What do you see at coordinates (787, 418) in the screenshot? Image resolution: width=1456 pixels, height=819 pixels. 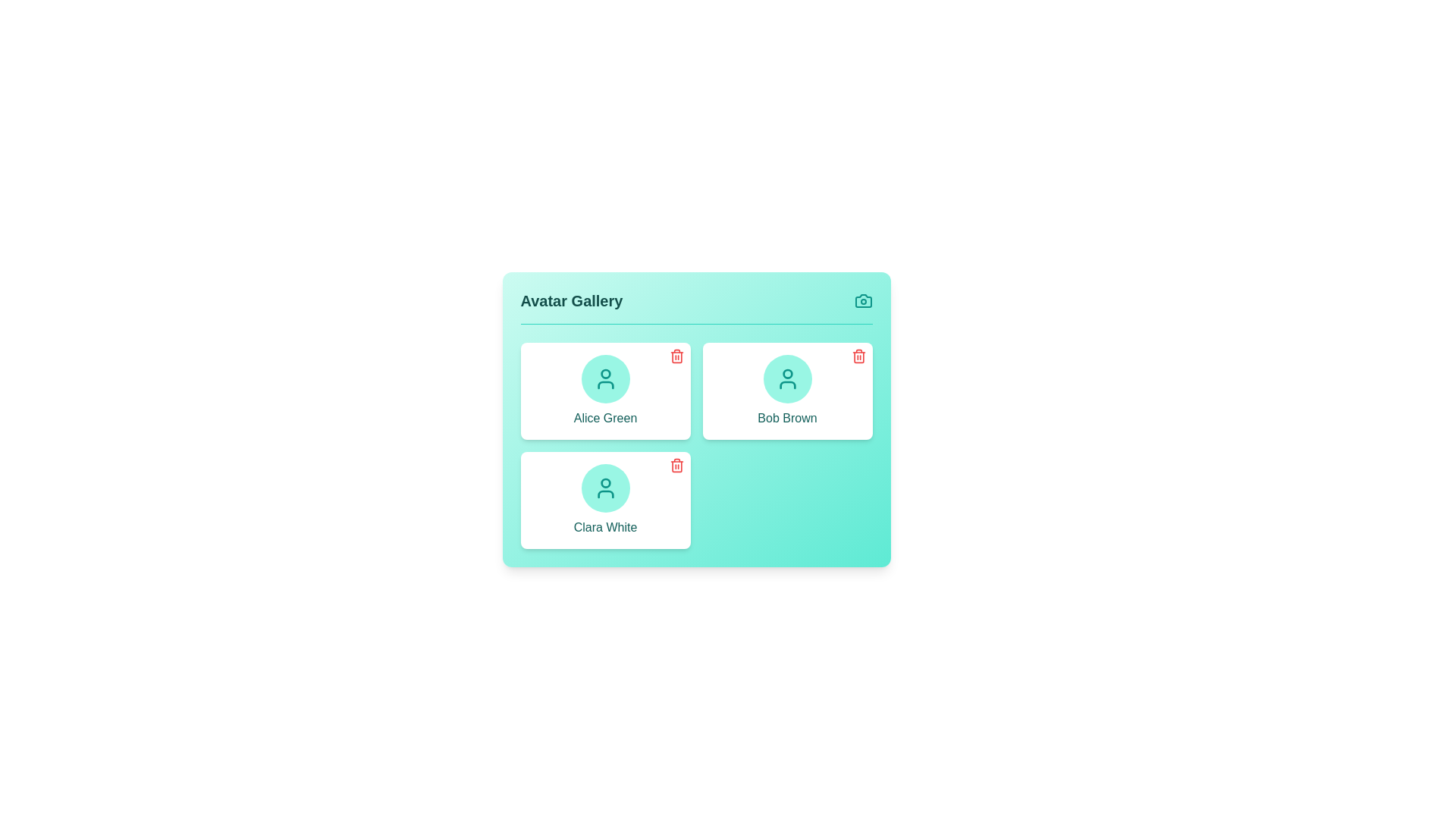 I see `text label element displaying 'Bob Brown', which serves as an identifier for the avatar in the Avatar Gallery interface` at bounding box center [787, 418].